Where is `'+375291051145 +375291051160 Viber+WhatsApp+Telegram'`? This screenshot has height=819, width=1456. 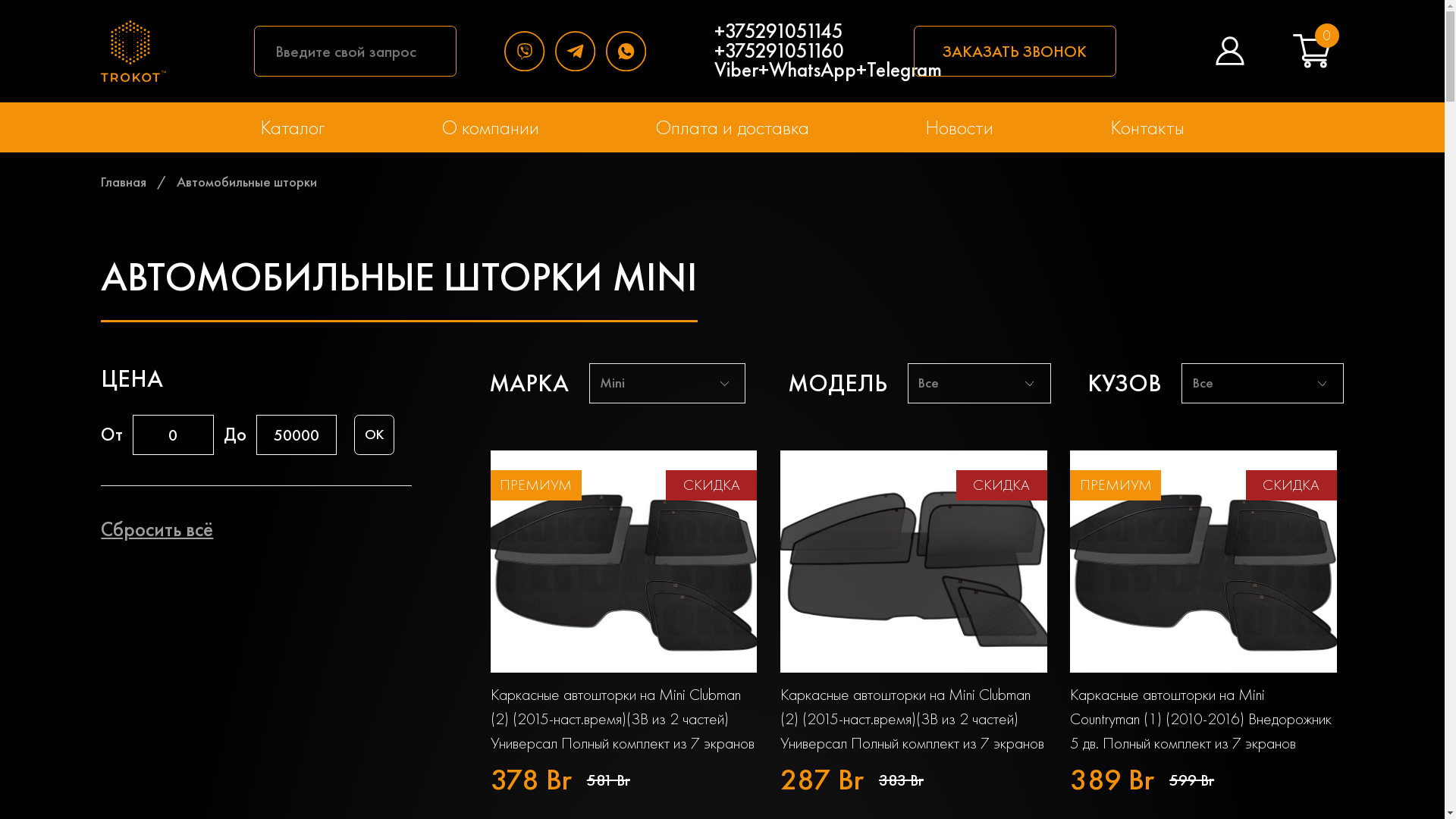
'+375291051145 +375291051160 Viber+WhatsApp+Telegram' is located at coordinates (827, 49).